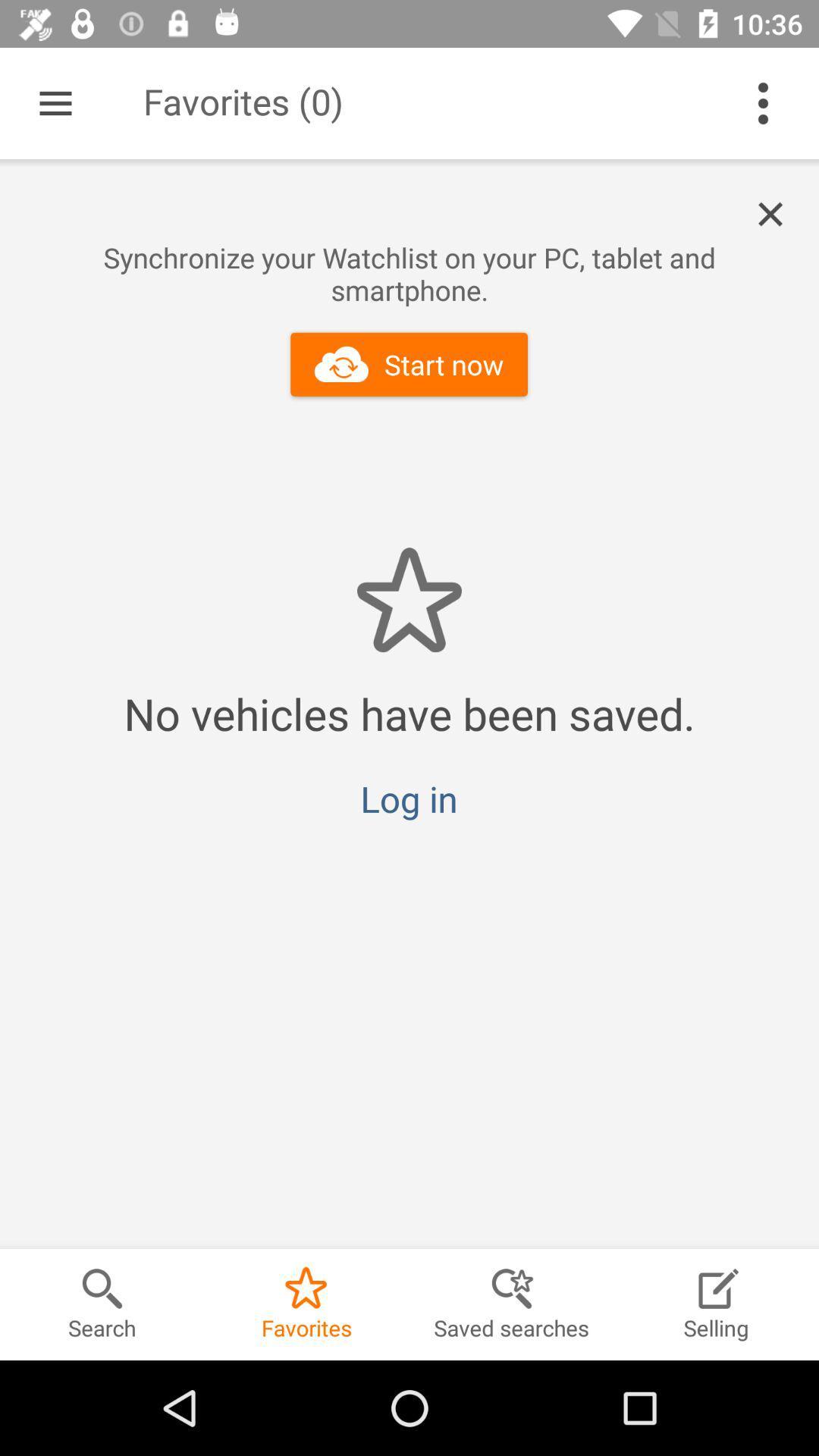 The height and width of the screenshot is (1456, 819). I want to click on the item next to favorites (0), so click(55, 102).